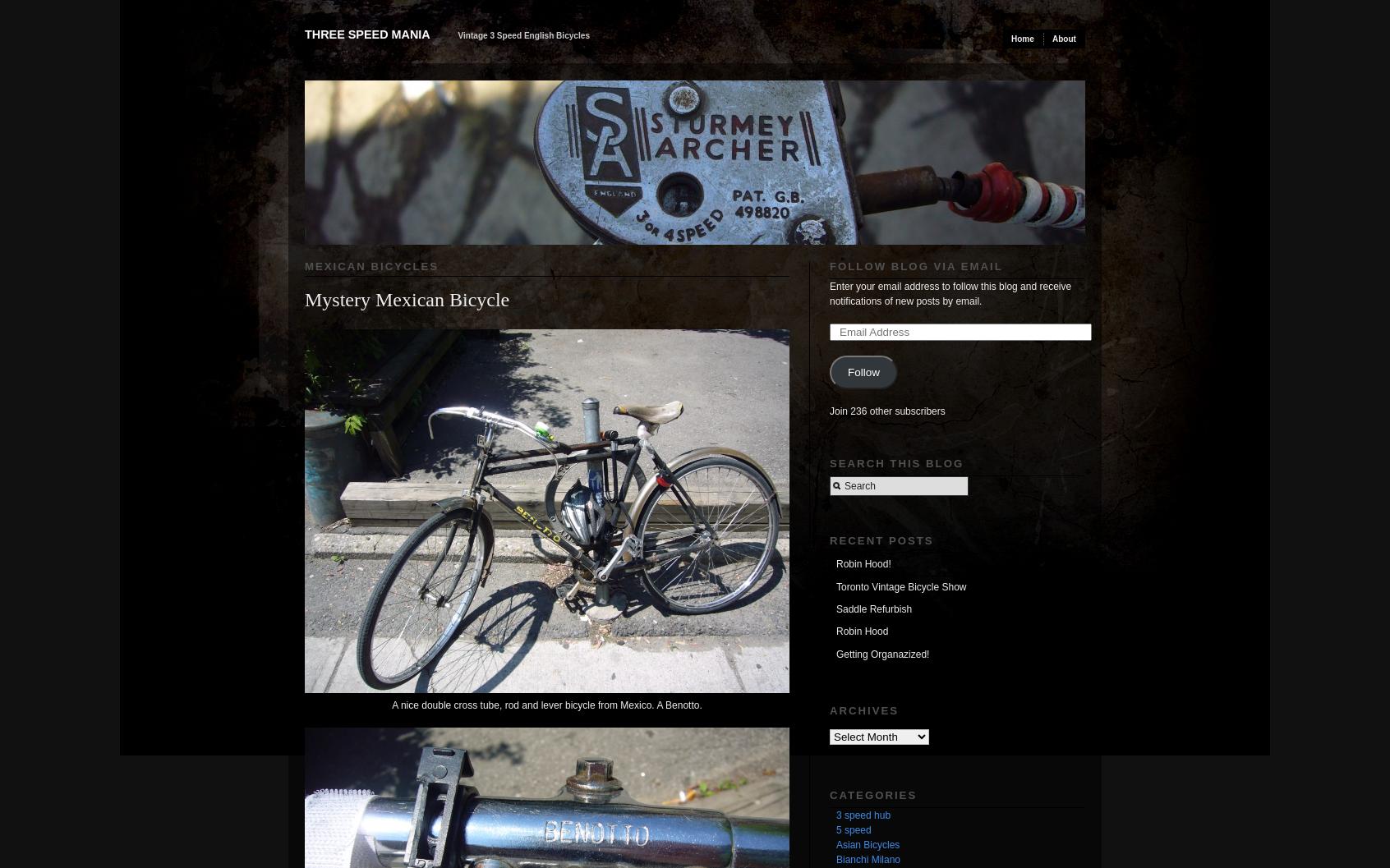 The height and width of the screenshot is (868, 1390). What do you see at coordinates (835, 609) in the screenshot?
I see `'Saddle Refurbish'` at bounding box center [835, 609].